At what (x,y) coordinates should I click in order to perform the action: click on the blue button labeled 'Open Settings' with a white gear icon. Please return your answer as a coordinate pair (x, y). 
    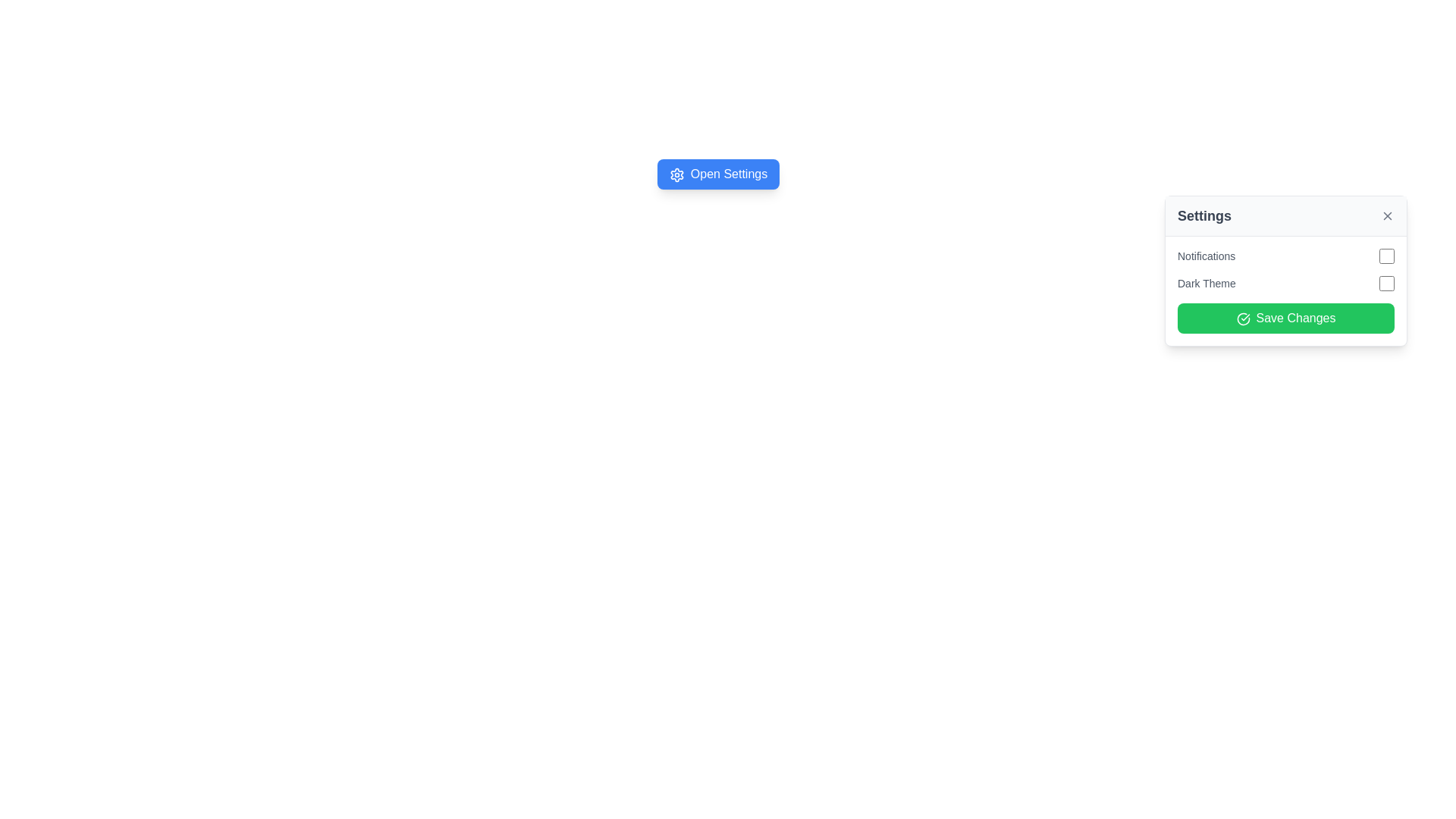
    Looking at the image, I should click on (717, 174).